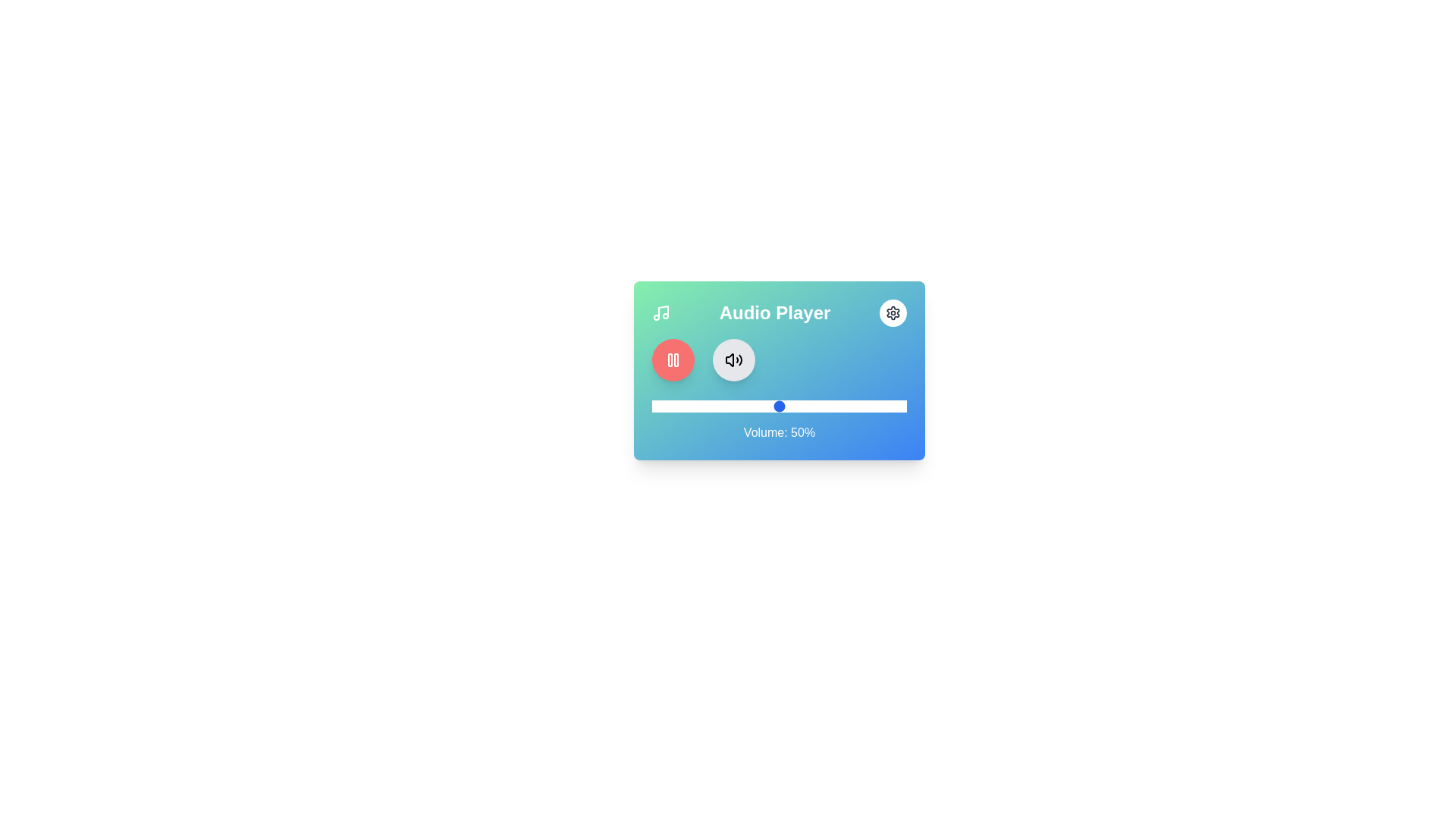 The width and height of the screenshot is (1456, 819). I want to click on volume, so click(695, 406).